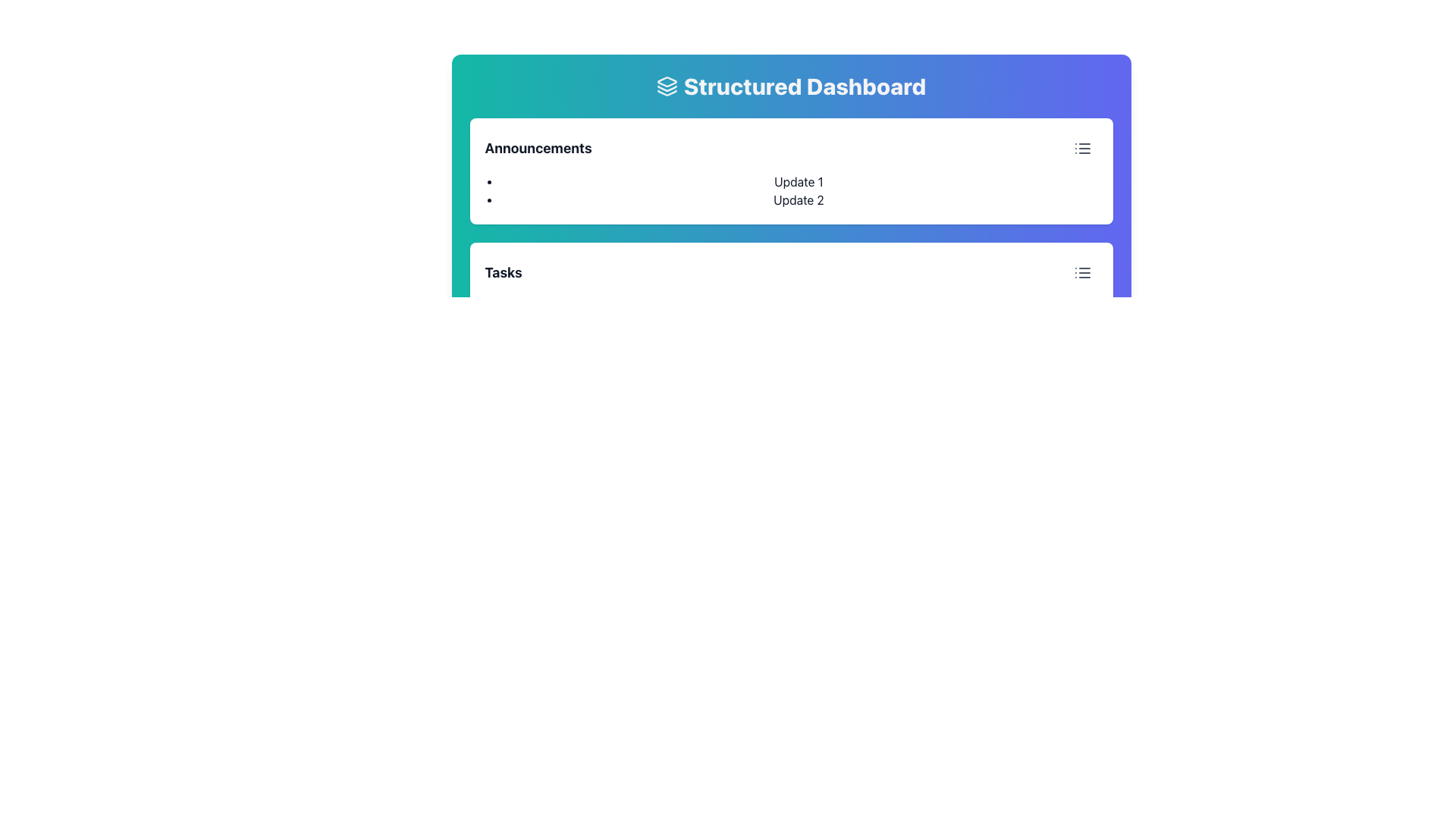 The height and width of the screenshot is (819, 1456). Describe the element at coordinates (790, 190) in the screenshot. I see `the announcements list element which contains the bullet points 'Update 1' and 'Update 2'` at that location.